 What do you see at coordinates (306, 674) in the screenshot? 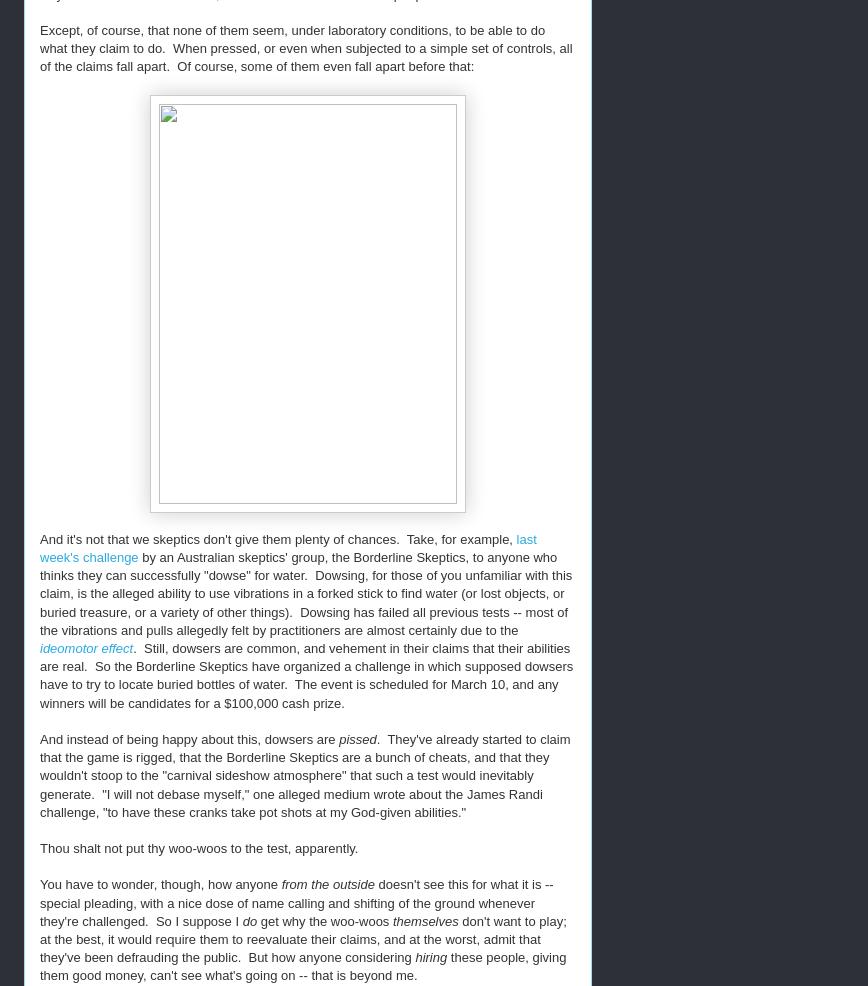
I see `'.  Still, dowsers are common, and vehement in their claims that their abilities are real.  So the Borderline Skeptics have organized a challenge in which supposed dowsers have to try to locate buried bottles of water.  The event is scheduled for March 10, and any winners will be candidates for a $100,000 cash prize.'` at bounding box center [306, 674].